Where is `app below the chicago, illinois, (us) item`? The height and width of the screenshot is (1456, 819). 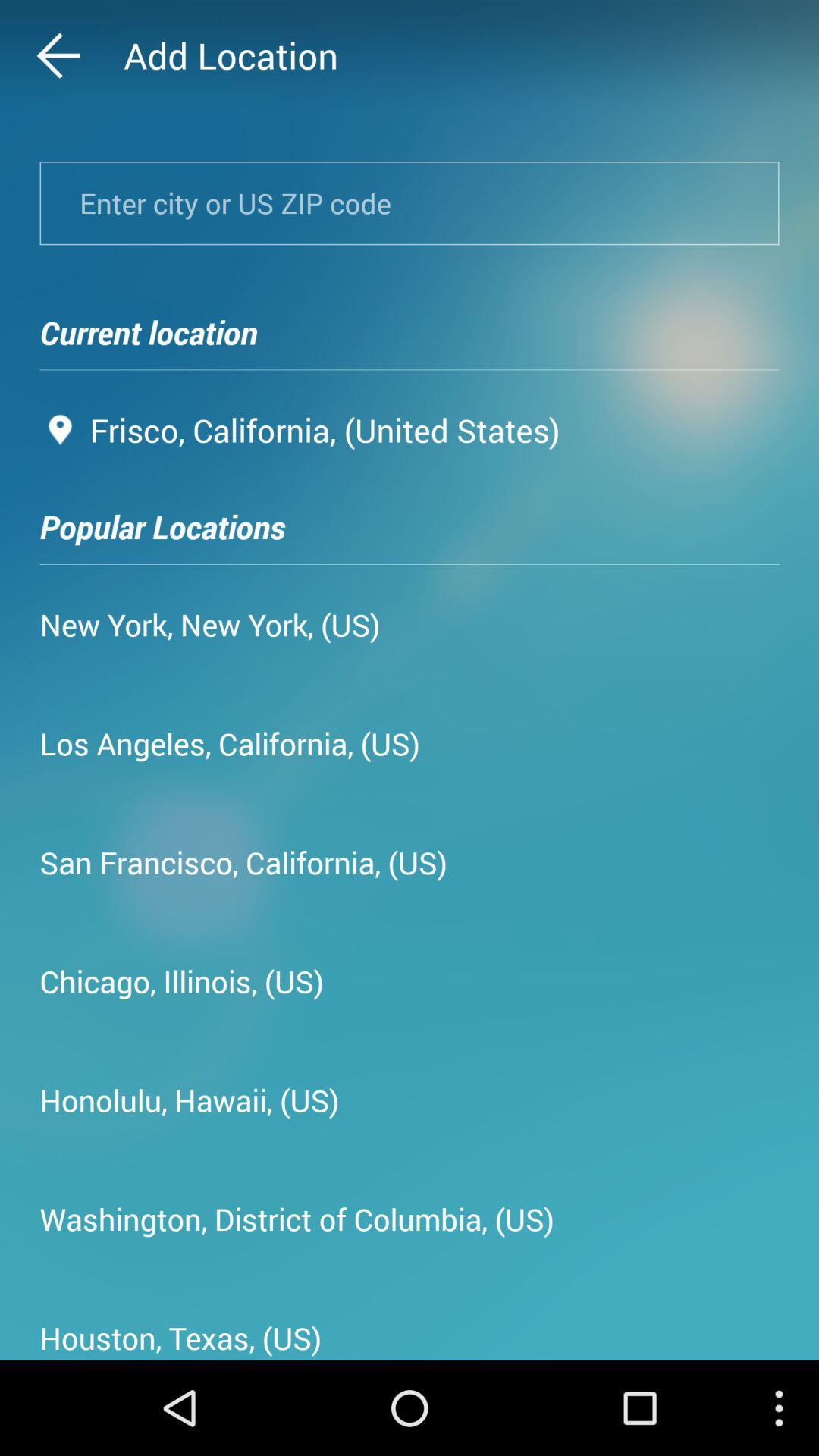
app below the chicago, illinois, (us) item is located at coordinates (189, 1100).